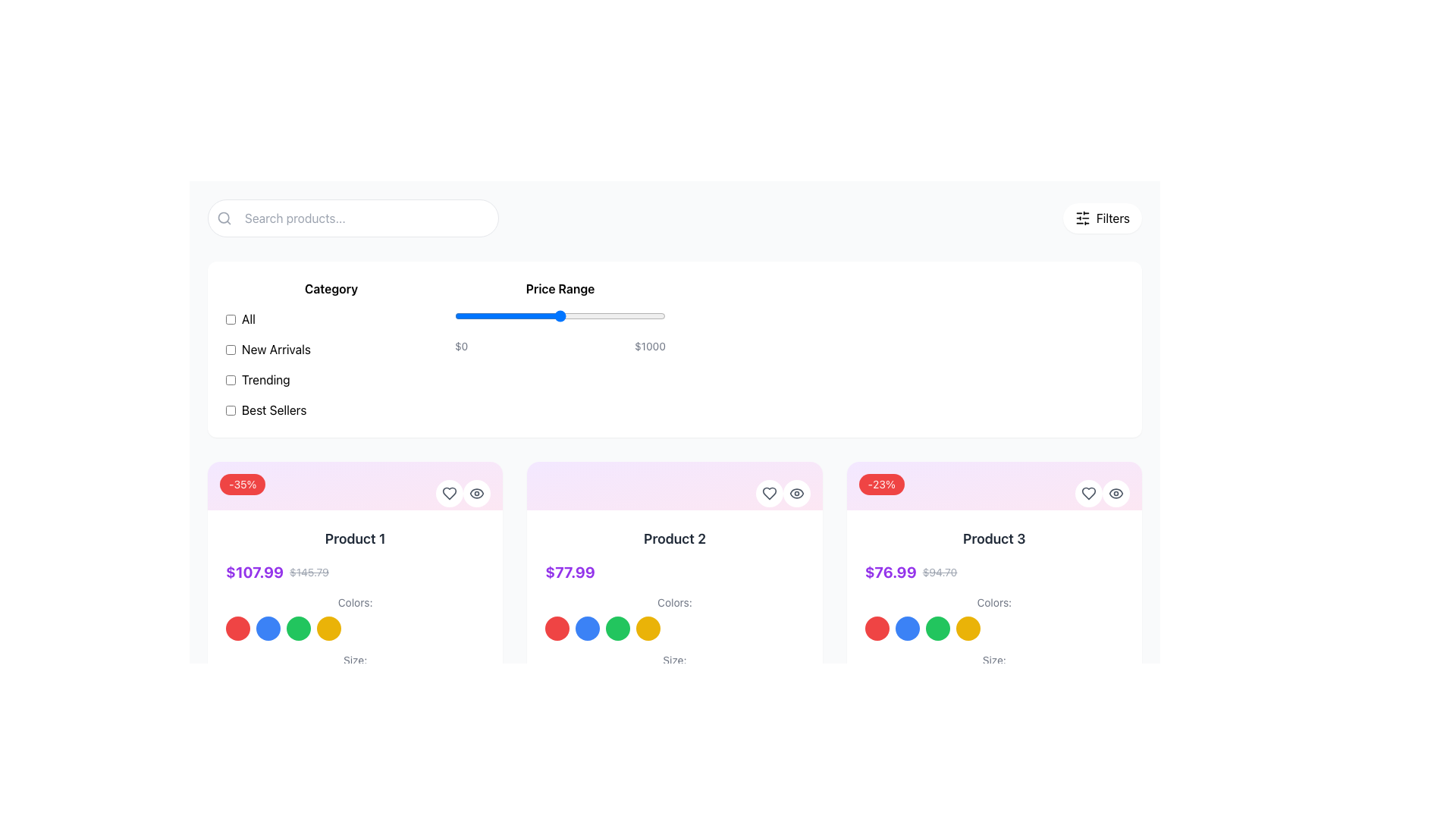 The width and height of the screenshot is (1456, 819). I want to click on the second button in the top-right corner of the product card for 'Product 3', so click(1116, 494).